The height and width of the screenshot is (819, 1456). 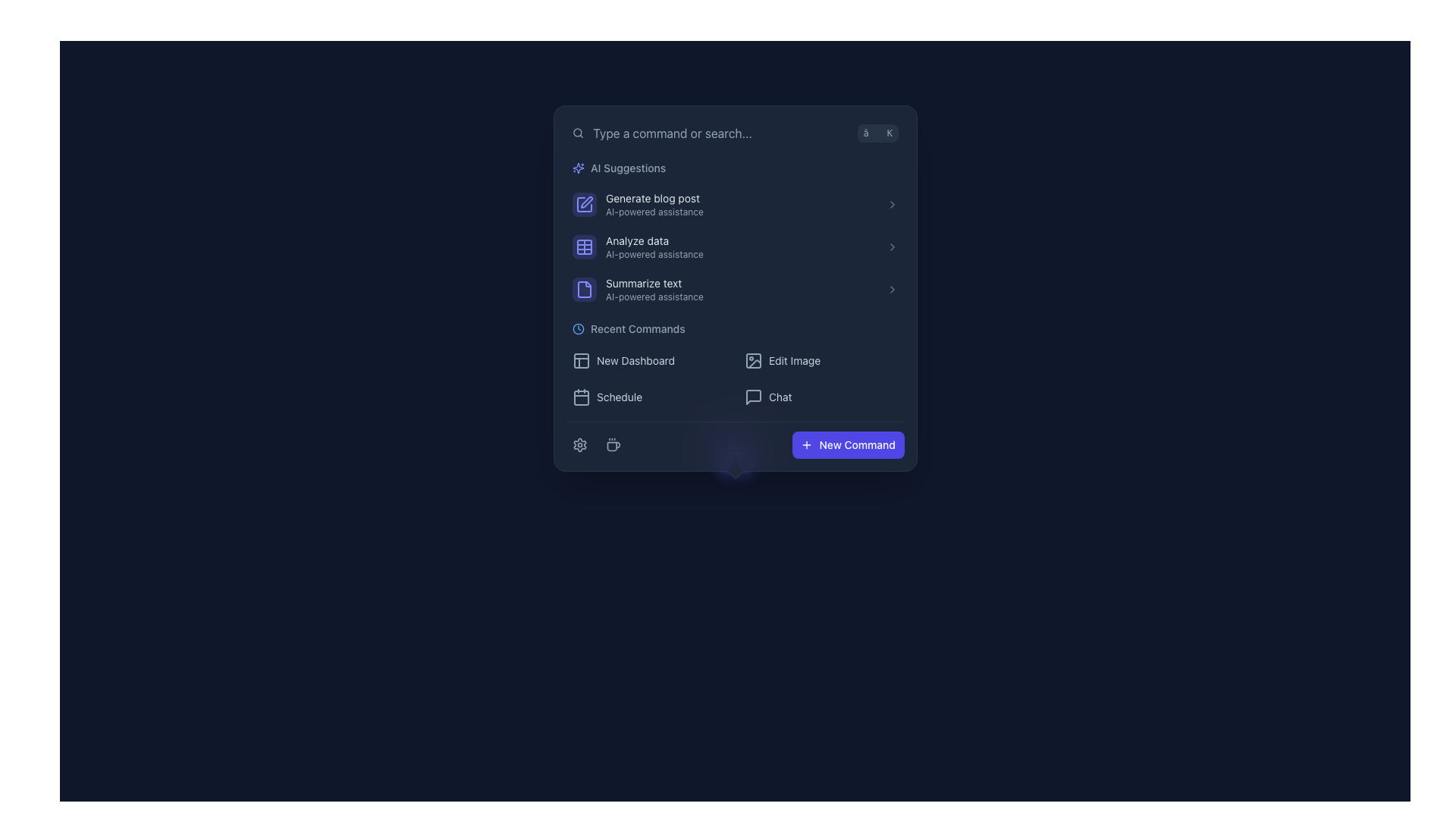 What do you see at coordinates (753, 360) in the screenshot?
I see `the 'Edit Image' icon located in the 'Recent Commands' section of the menu interface, which is positioned to the left of the label 'Edit Image'` at bounding box center [753, 360].